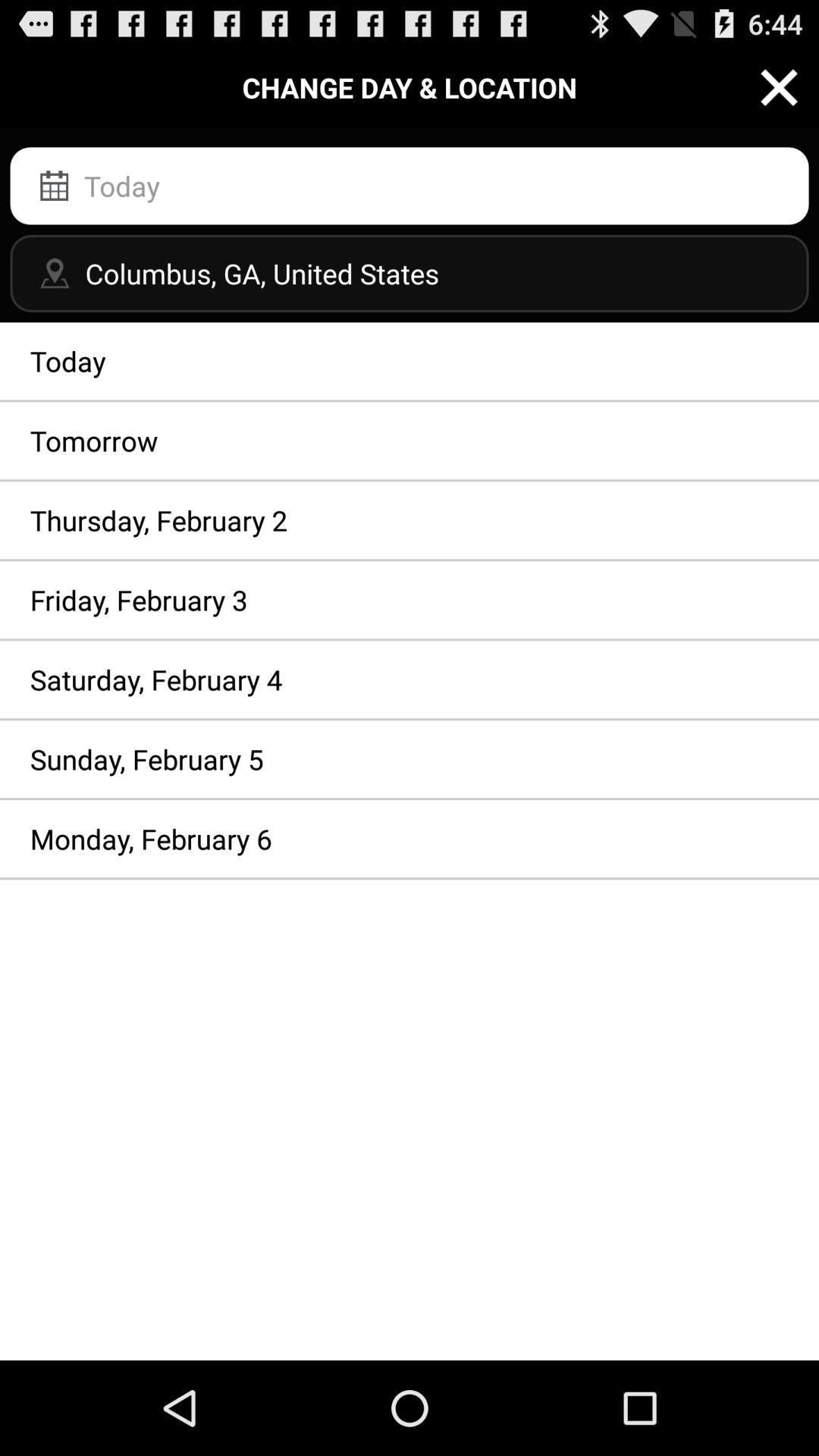  I want to click on icon below columbus ga united, so click(409, 360).